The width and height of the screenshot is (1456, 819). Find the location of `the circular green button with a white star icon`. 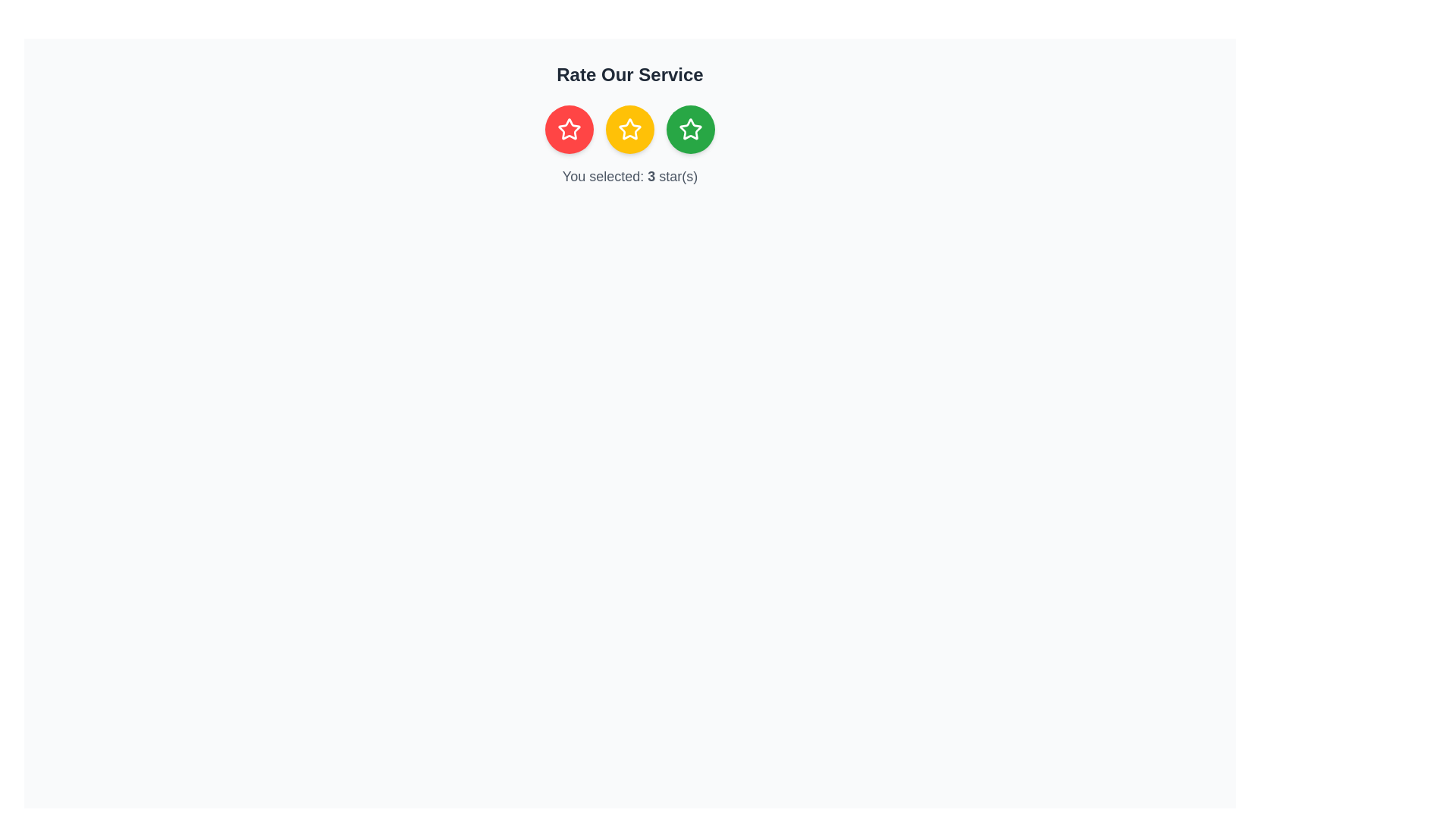

the circular green button with a white star icon is located at coordinates (690, 128).